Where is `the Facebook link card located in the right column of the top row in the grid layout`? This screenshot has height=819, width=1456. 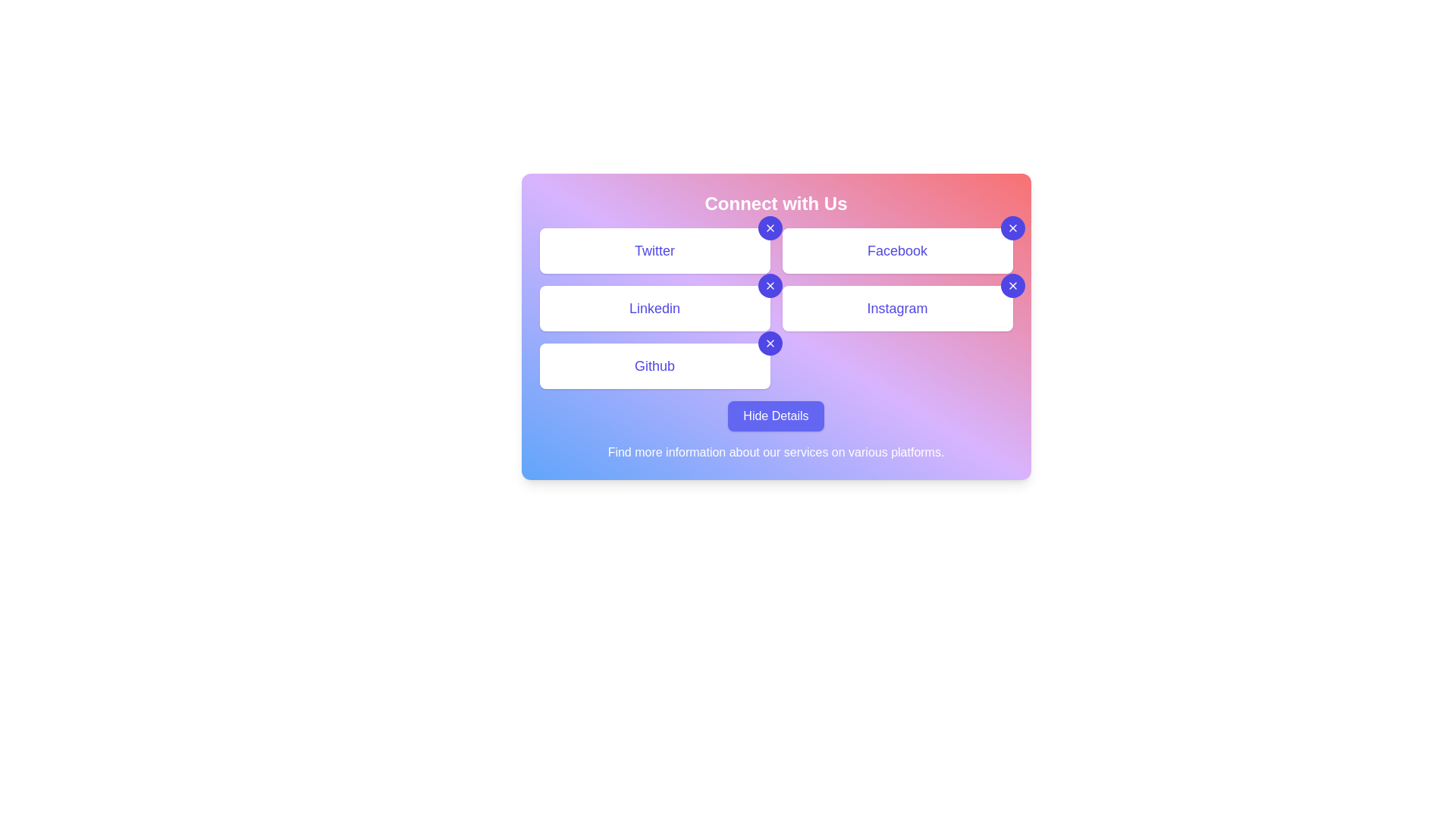 the Facebook link card located in the right column of the top row in the grid layout is located at coordinates (897, 250).